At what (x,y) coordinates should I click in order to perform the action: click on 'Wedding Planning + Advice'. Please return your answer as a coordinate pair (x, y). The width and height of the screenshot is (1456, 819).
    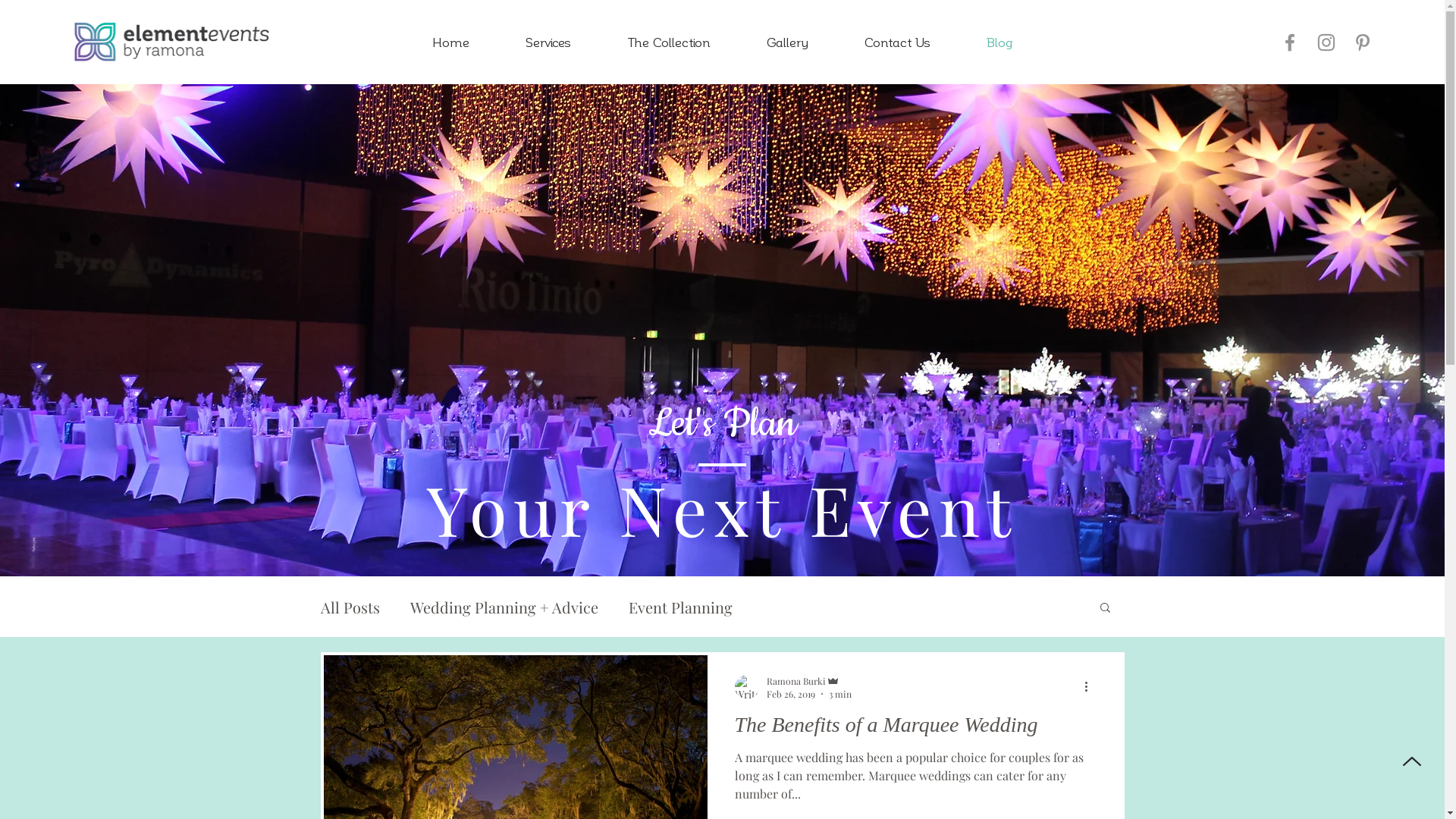
    Looking at the image, I should click on (503, 605).